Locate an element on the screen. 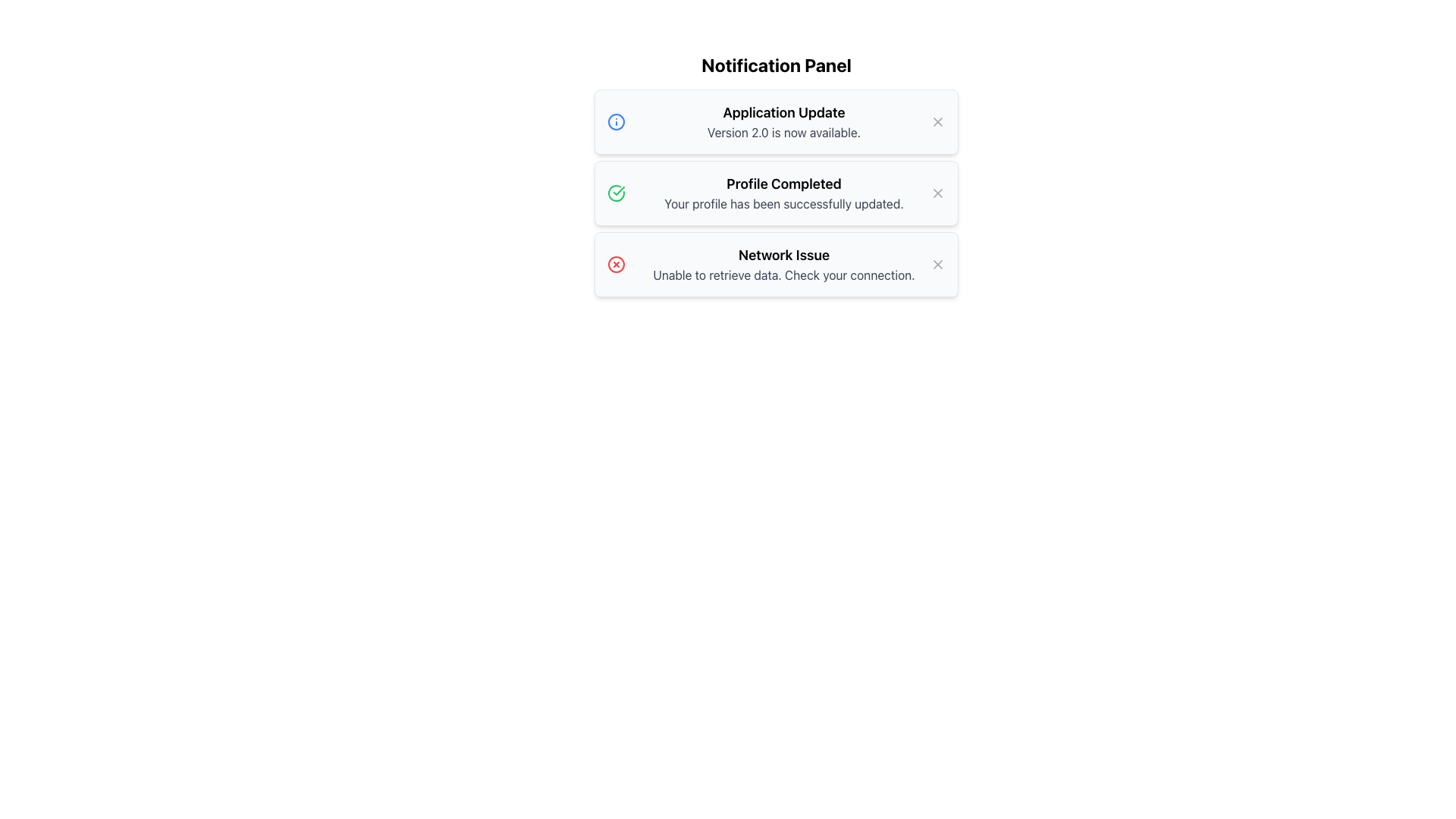 This screenshot has height=819, width=1456. the Text Label that communicates the availability of version 2.0 for the application, located in the first notification card under the title 'Application Update' is located at coordinates (783, 131).